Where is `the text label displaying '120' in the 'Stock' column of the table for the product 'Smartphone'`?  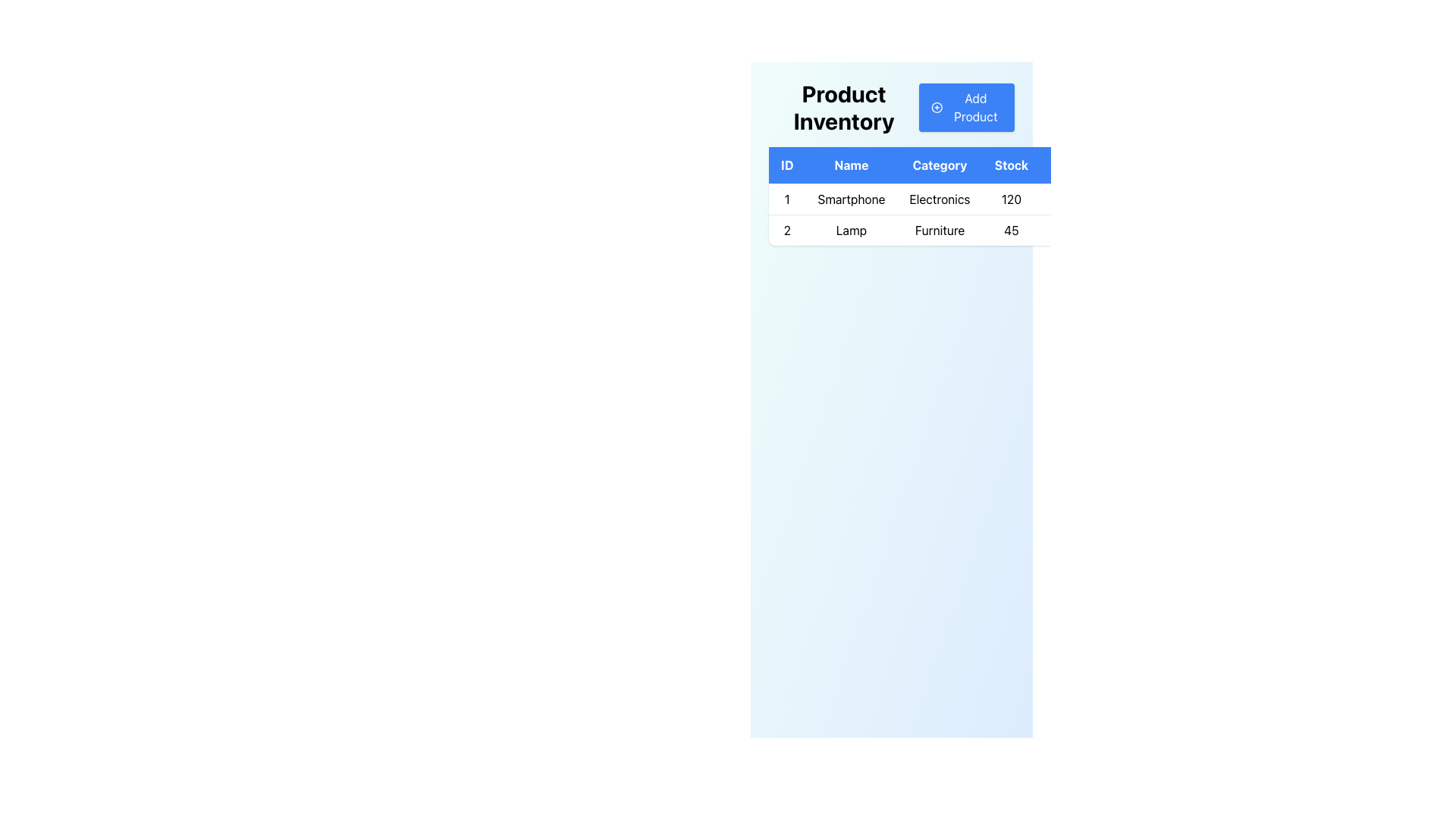
the text label displaying '120' in the 'Stock' column of the table for the product 'Smartphone' is located at coordinates (1012, 198).